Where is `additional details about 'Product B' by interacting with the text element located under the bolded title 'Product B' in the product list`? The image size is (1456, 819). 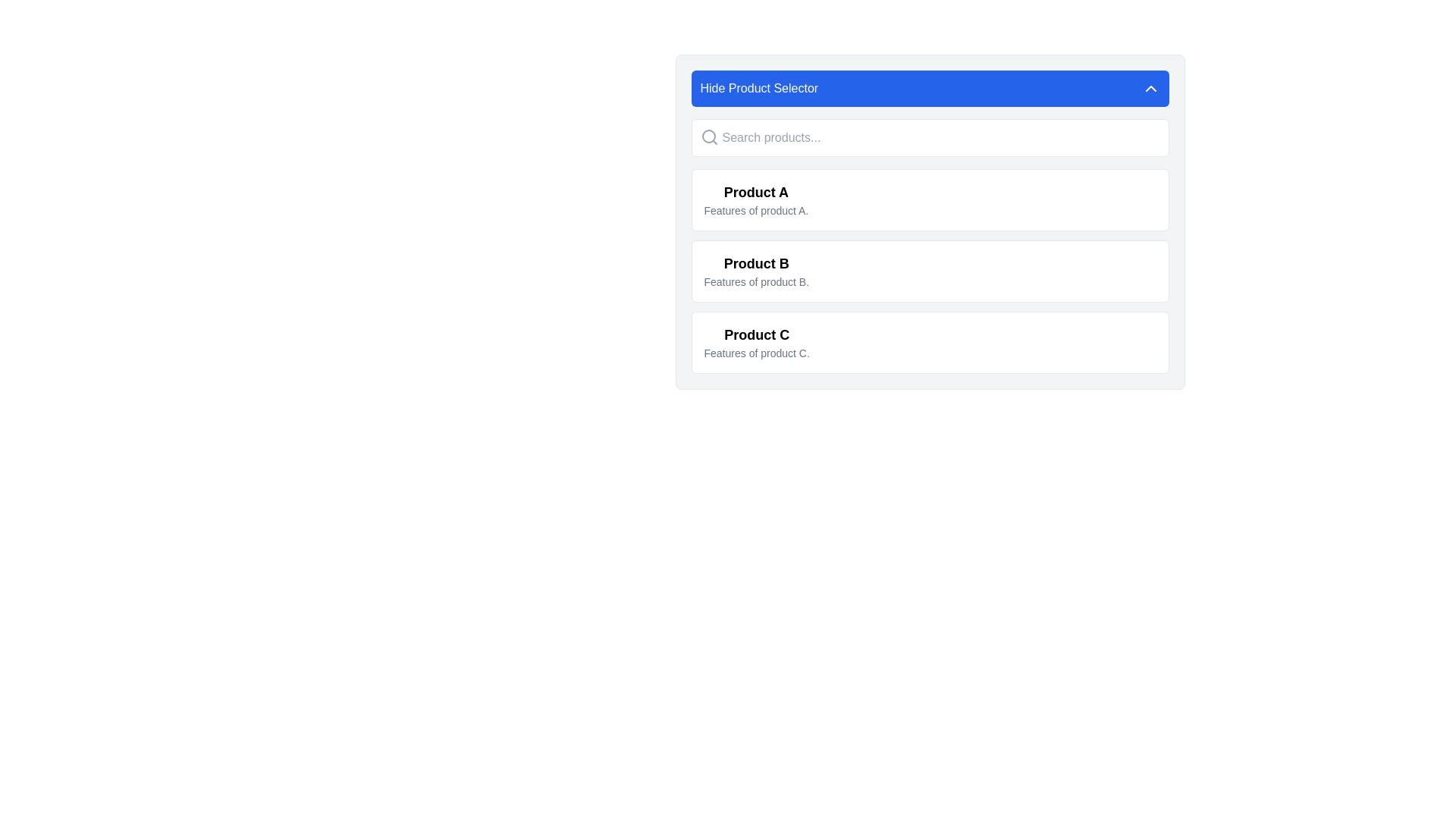 additional details about 'Product B' by interacting with the text element located under the bolded title 'Product B' in the product list is located at coordinates (756, 281).